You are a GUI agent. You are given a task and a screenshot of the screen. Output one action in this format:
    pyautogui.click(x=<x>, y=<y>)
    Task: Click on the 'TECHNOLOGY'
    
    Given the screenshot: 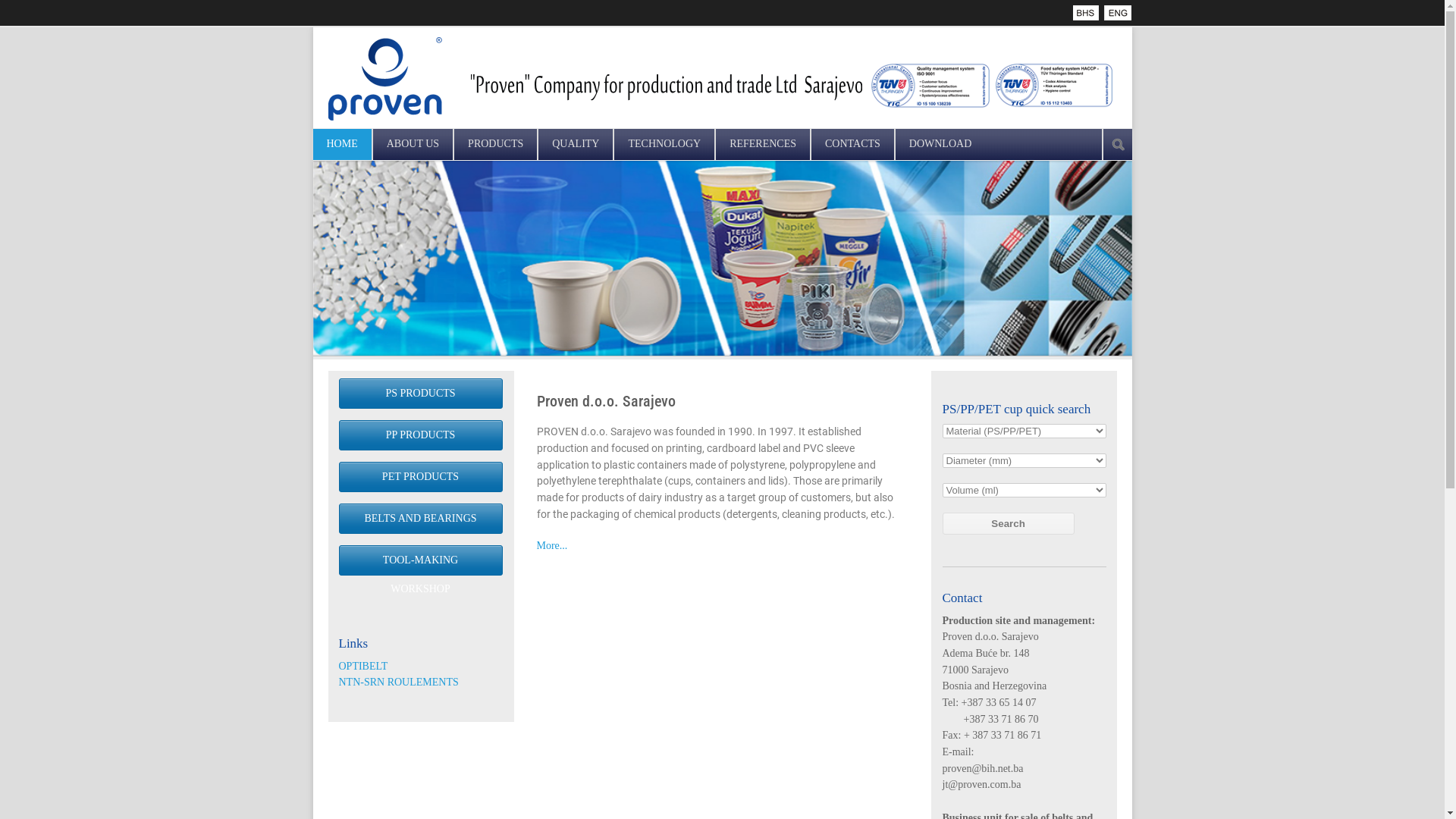 What is the action you would take?
    pyautogui.click(x=664, y=144)
    